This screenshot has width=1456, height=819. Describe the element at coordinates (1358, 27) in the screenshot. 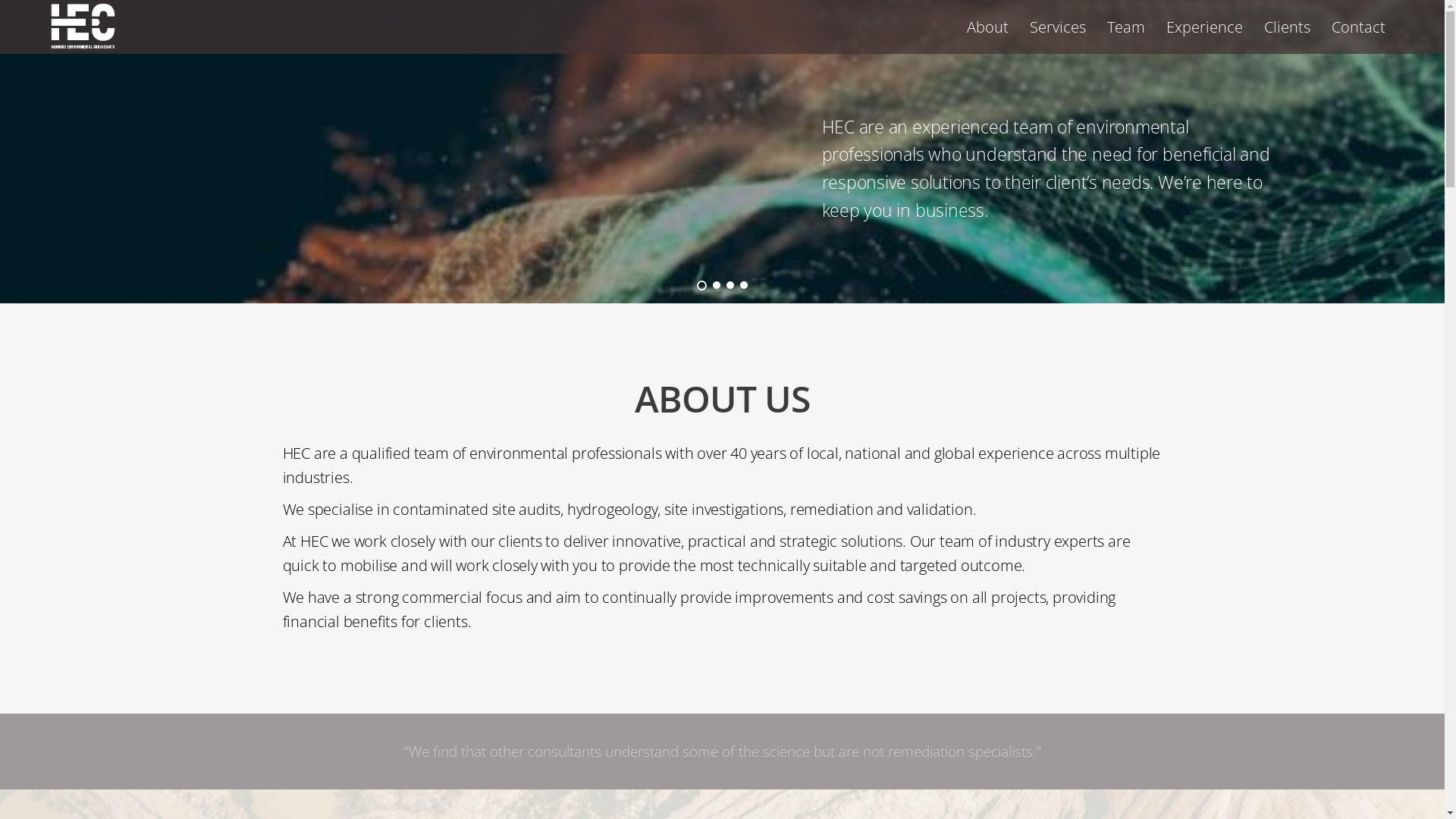

I see `'Contact'` at that location.